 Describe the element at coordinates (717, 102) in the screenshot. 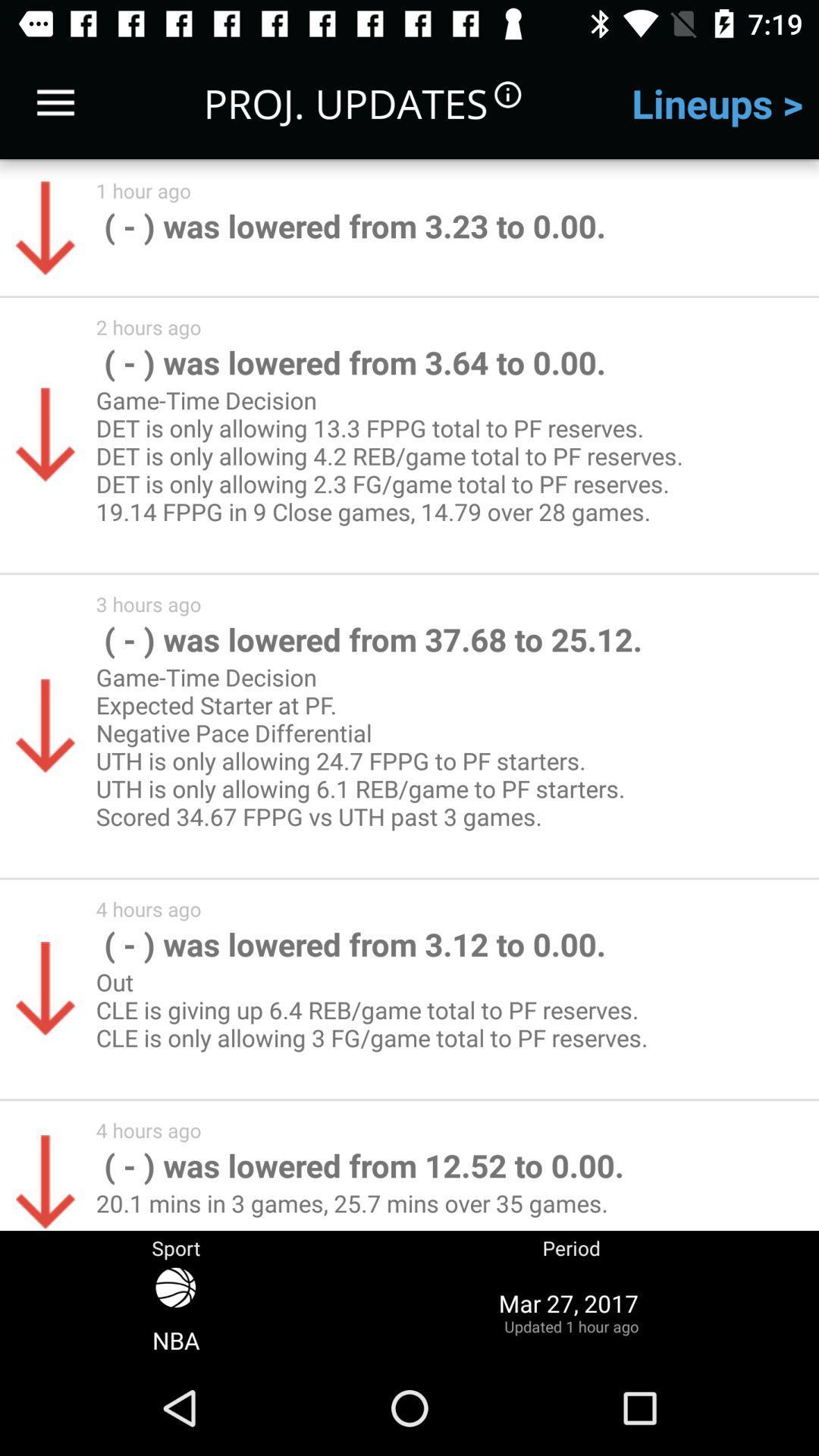

I see `lineups >` at that location.